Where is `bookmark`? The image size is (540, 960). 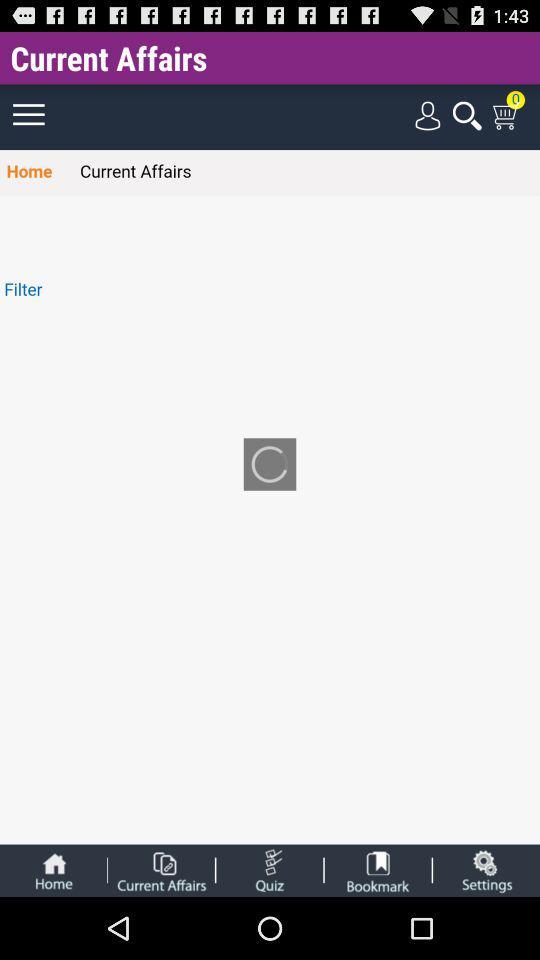 bookmark is located at coordinates (378, 869).